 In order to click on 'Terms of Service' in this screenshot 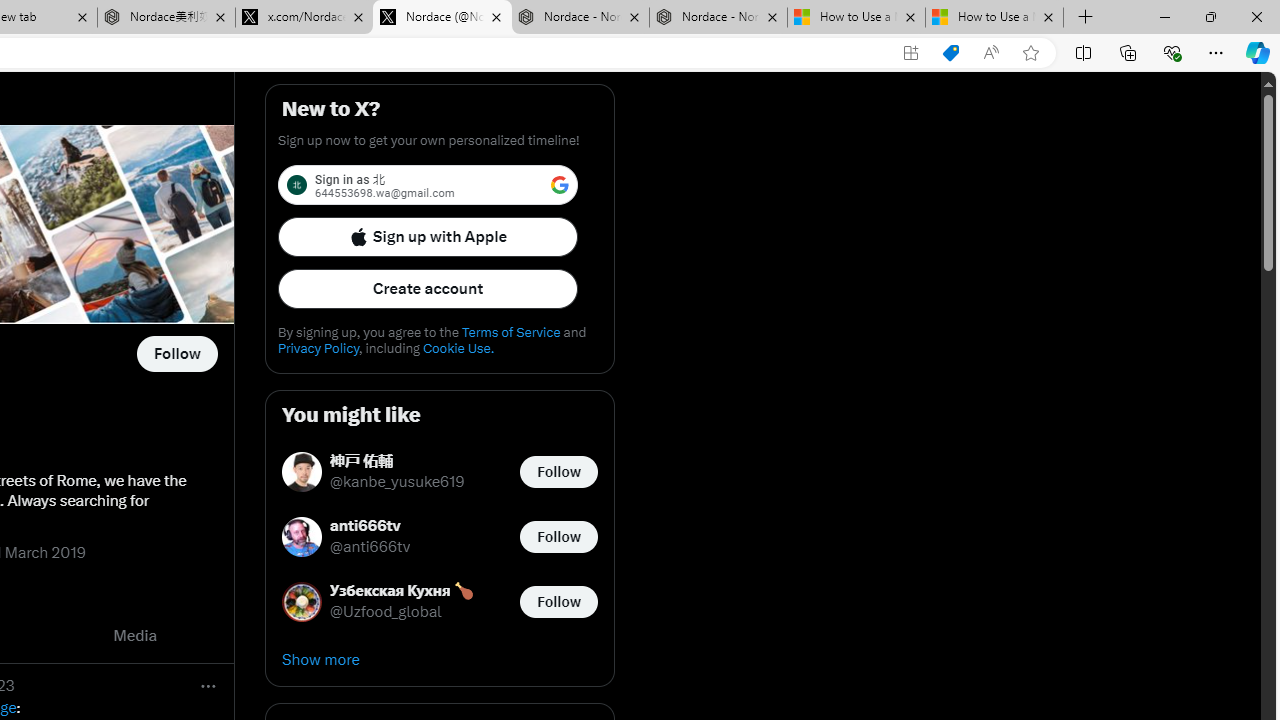, I will do `click(510, 331)`.